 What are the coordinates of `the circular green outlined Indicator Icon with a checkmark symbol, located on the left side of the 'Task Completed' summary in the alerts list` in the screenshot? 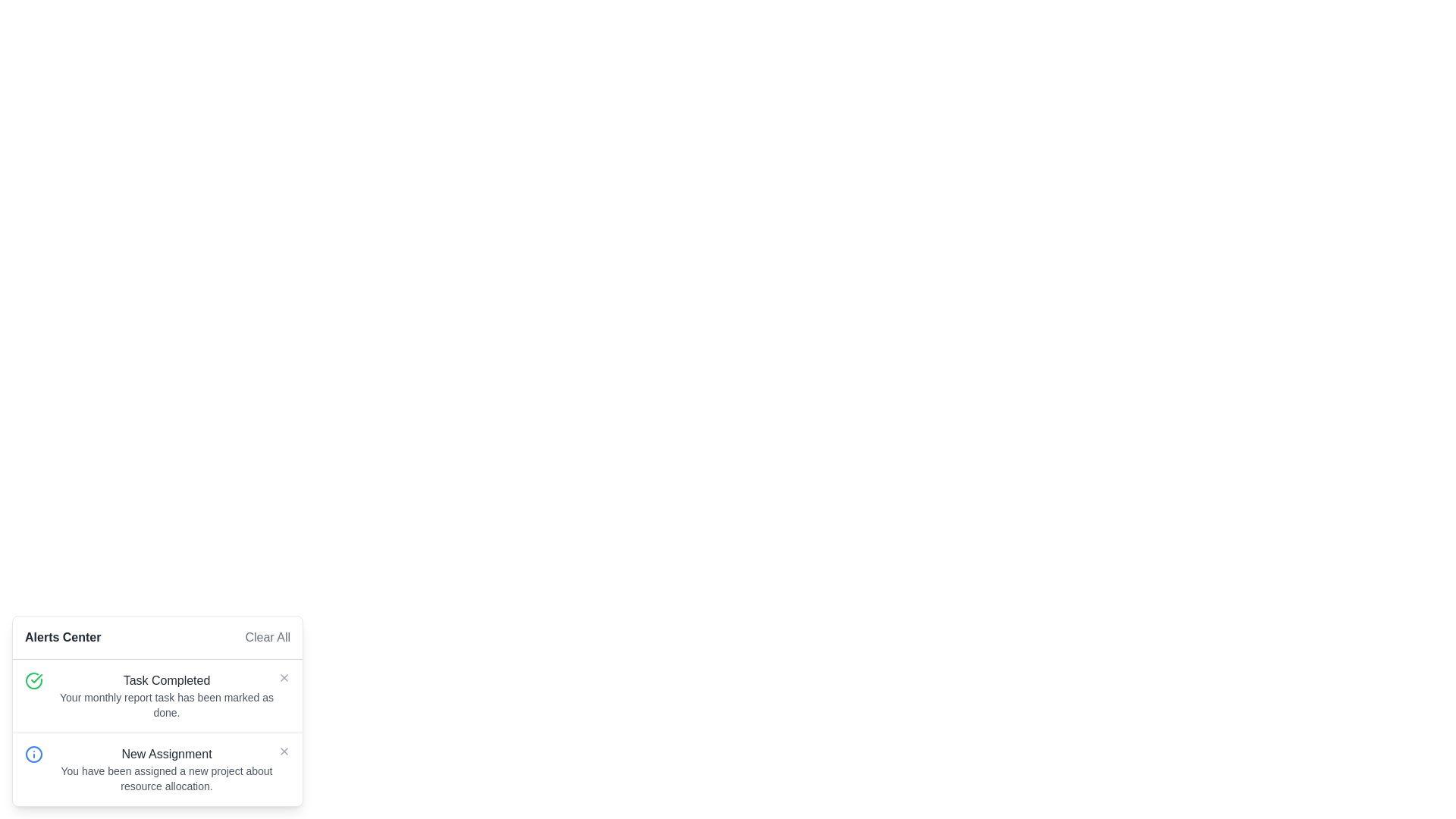 It's located at (33, 680).